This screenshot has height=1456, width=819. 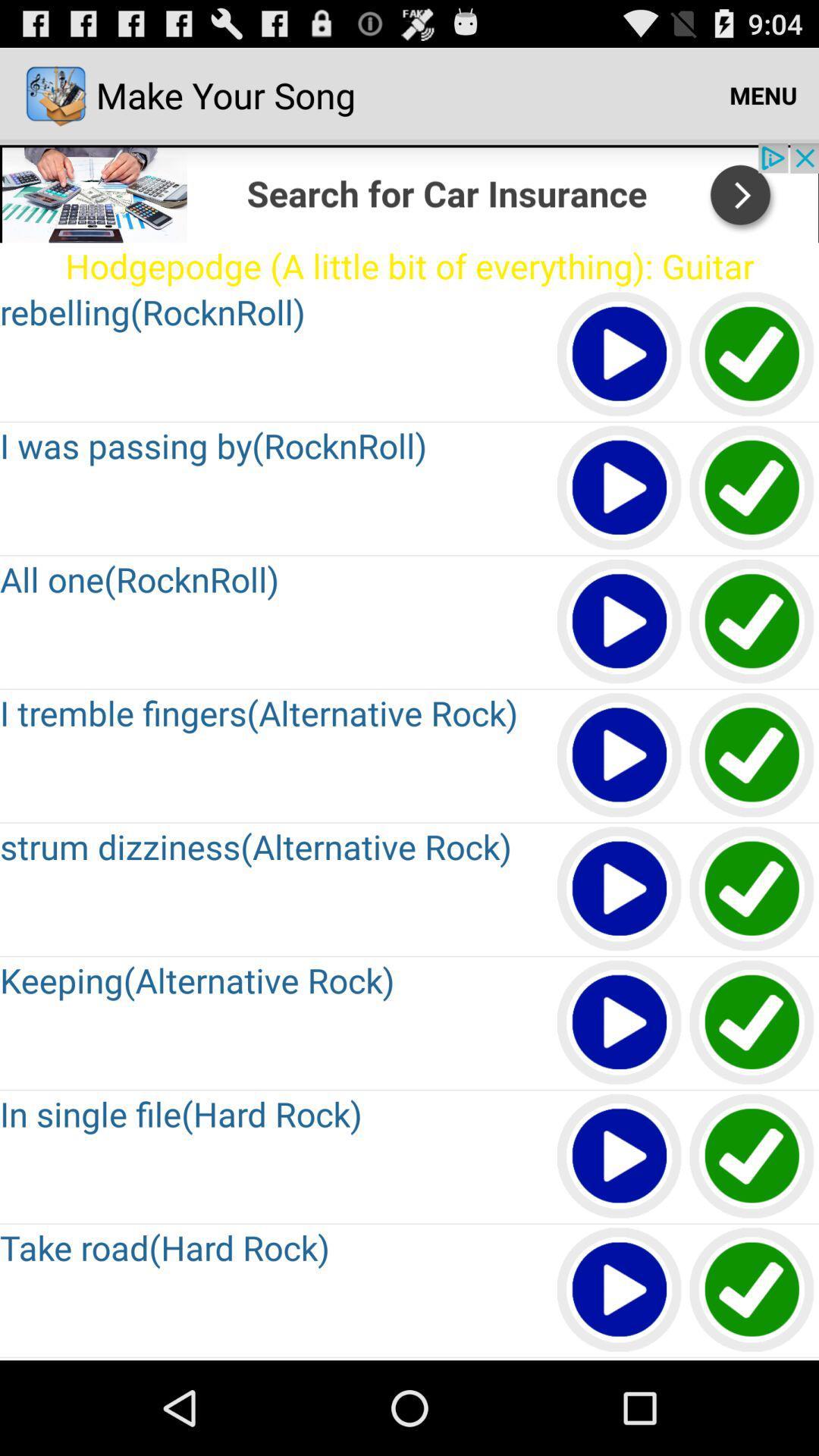 What do you see at coordinates (752, 1290) in the screenshot?
I see `check box` at bounding box center [752, 1290].